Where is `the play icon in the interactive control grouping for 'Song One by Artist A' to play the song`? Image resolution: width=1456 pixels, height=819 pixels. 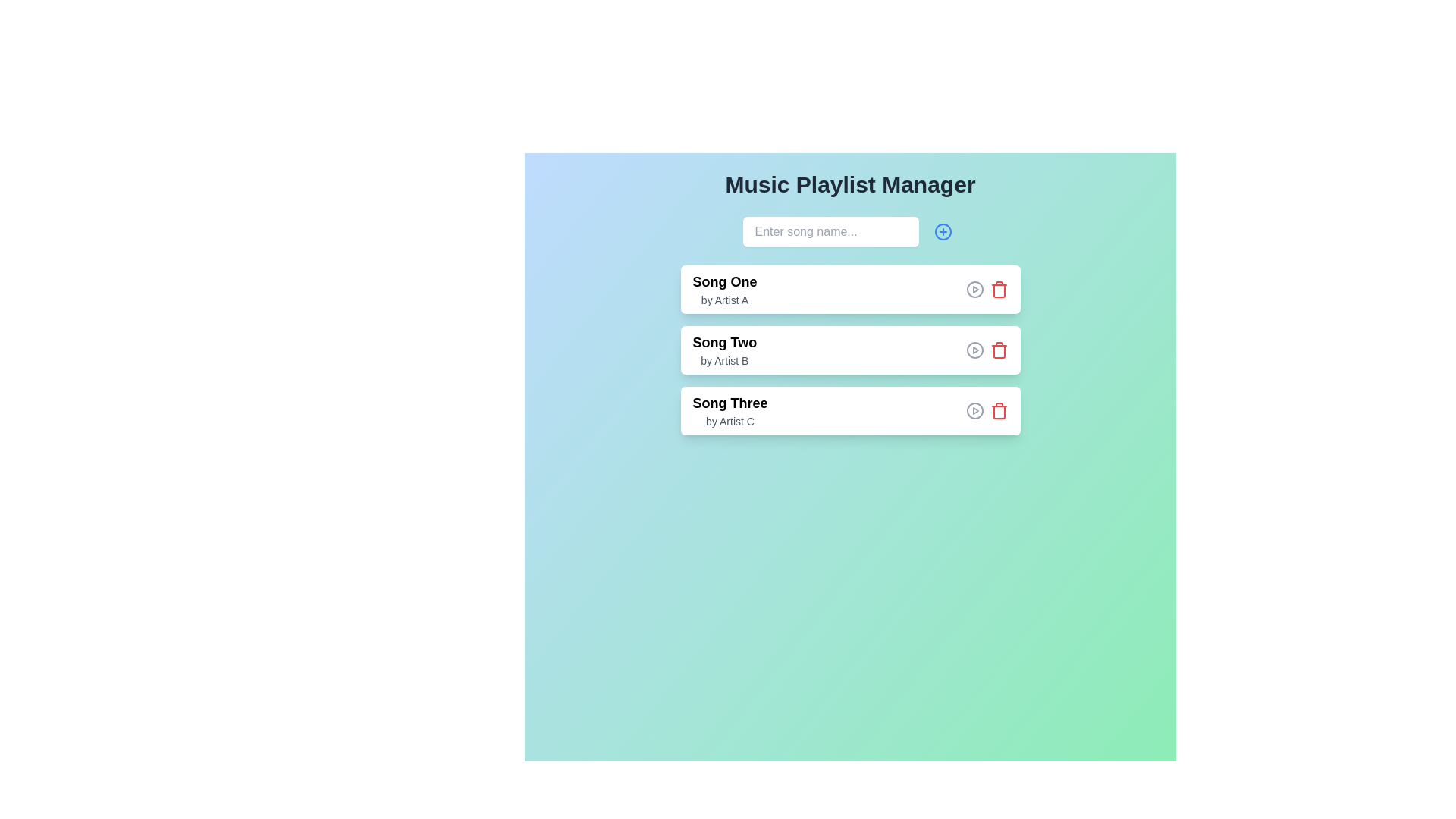 the play icon in the interactive control grouping for 'Song One by Artist A' to play the song is located at coordinates (987, 289).